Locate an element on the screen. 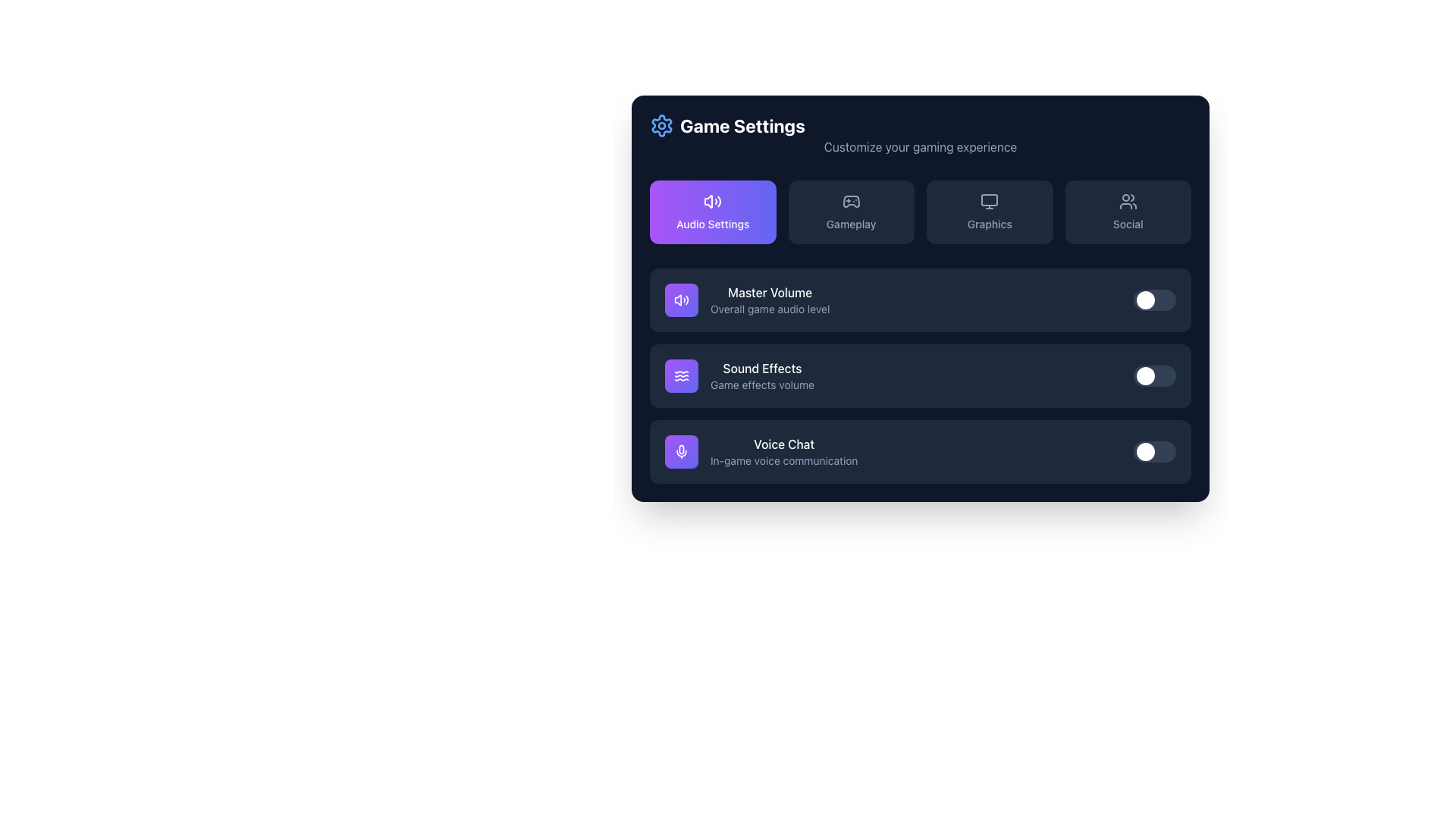 The image size is (1456, 819). the 'Social' button, which is a rectangular button with a dark background featuring an icon of two stylized human figures and the text 'Social' centered within it, located in the top-right section of a grid layout is located at coordinates (1128, 212).